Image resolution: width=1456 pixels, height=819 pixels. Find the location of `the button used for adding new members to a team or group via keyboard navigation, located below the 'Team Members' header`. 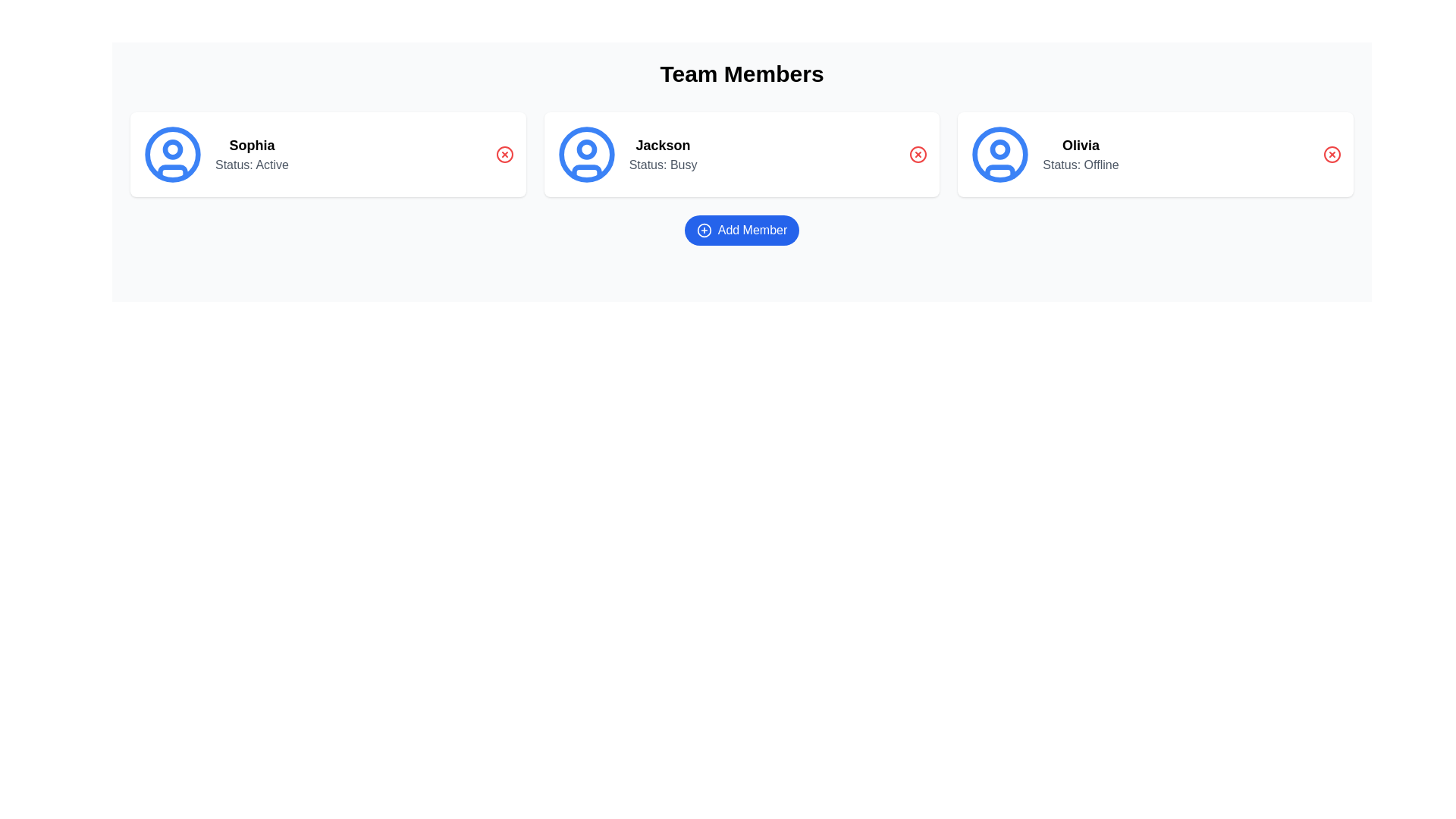

the button used for adding new members to a team or group via keyboard navigation, located below the 'Team Members' header is located at coordinates (742, 231).